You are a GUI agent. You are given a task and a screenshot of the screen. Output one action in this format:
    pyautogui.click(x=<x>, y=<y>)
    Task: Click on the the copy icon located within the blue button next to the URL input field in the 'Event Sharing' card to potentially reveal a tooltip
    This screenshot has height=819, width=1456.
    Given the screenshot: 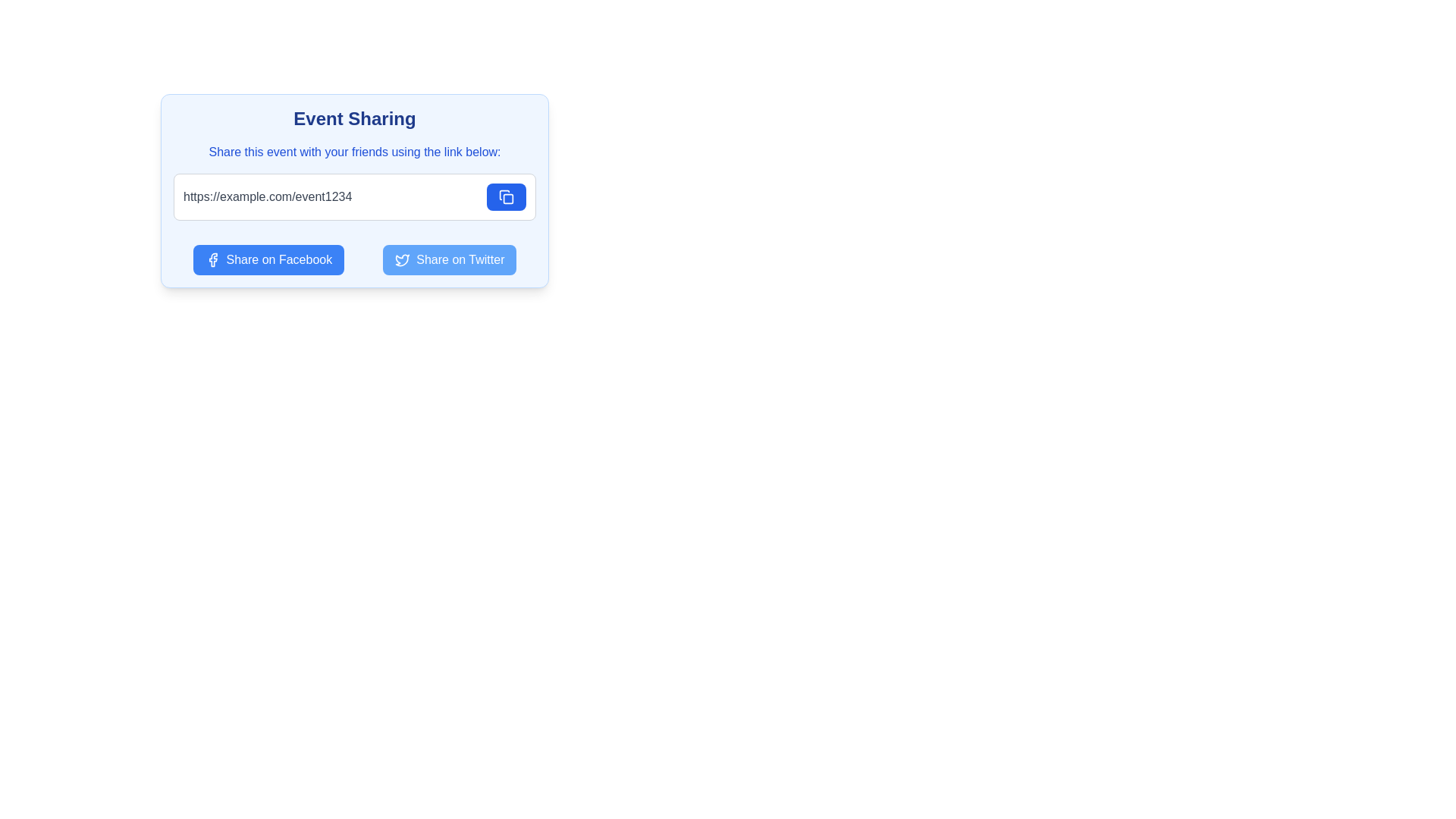 What is the action you would take?
    pyautogui.click(x=506, y=196)
    